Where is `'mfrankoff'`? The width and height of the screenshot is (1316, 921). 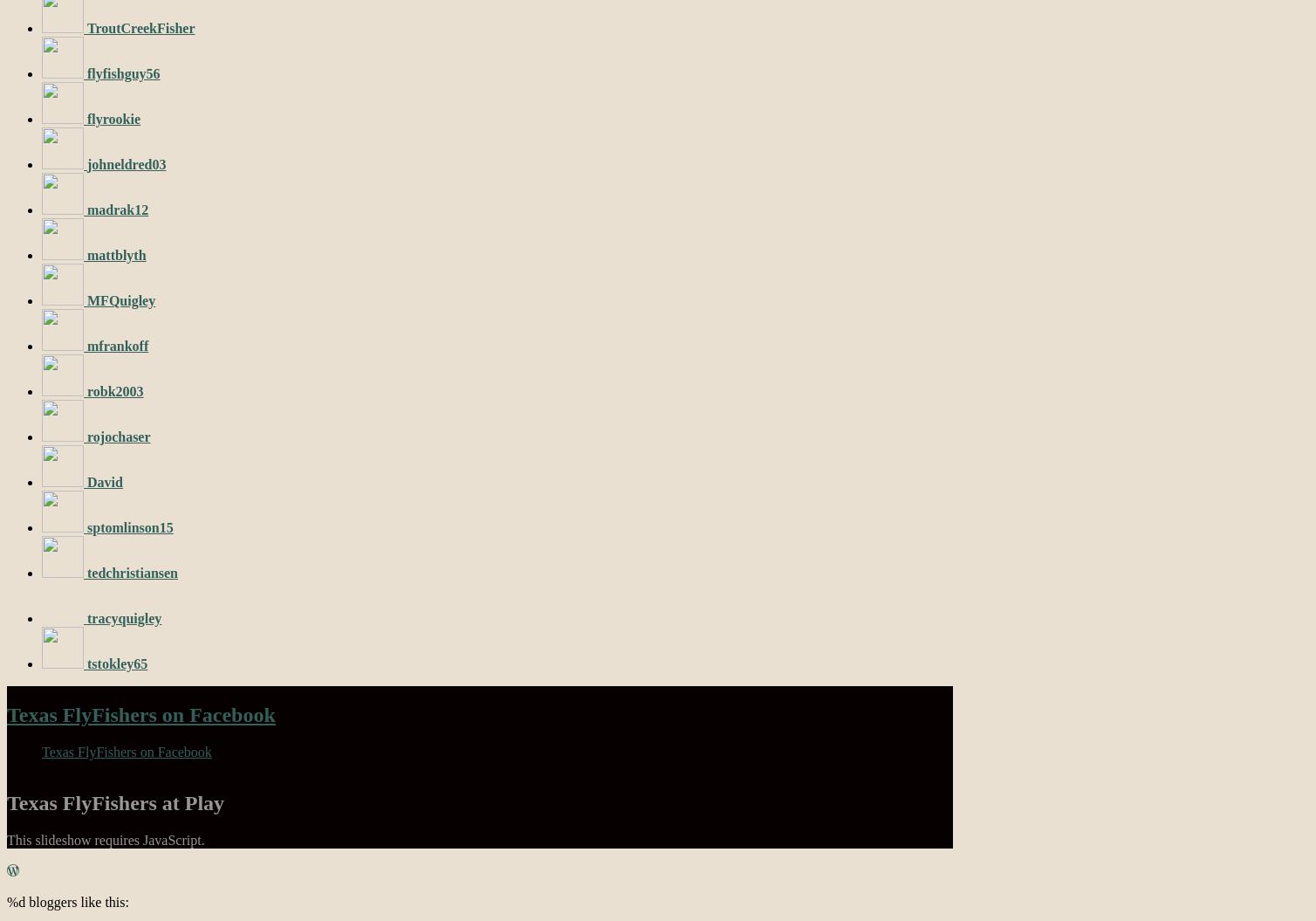
'mfrankoff' is located at coordinates (117, 346).